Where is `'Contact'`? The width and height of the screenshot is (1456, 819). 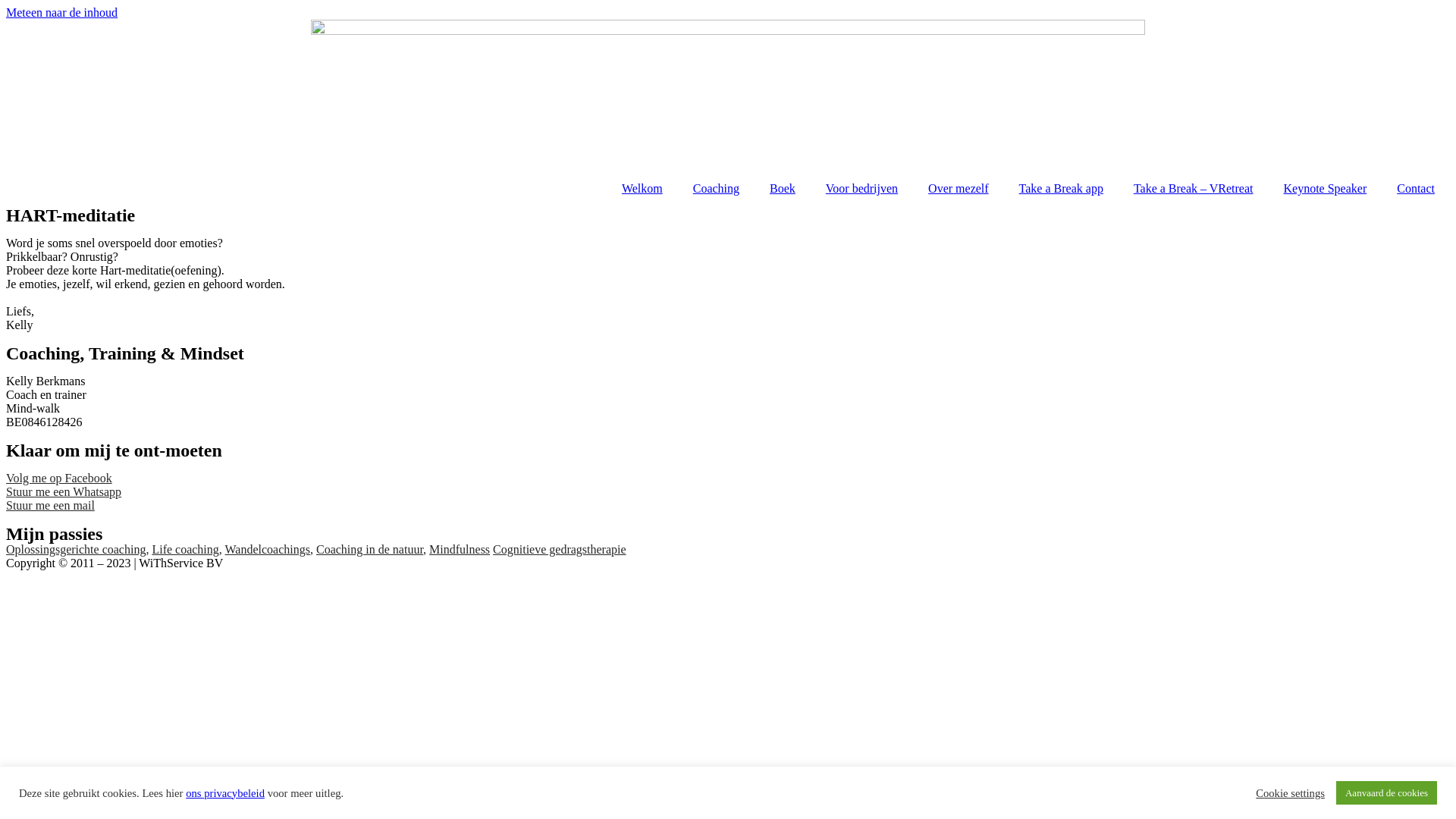
'Contact' is located at coordinates (1415, 188).